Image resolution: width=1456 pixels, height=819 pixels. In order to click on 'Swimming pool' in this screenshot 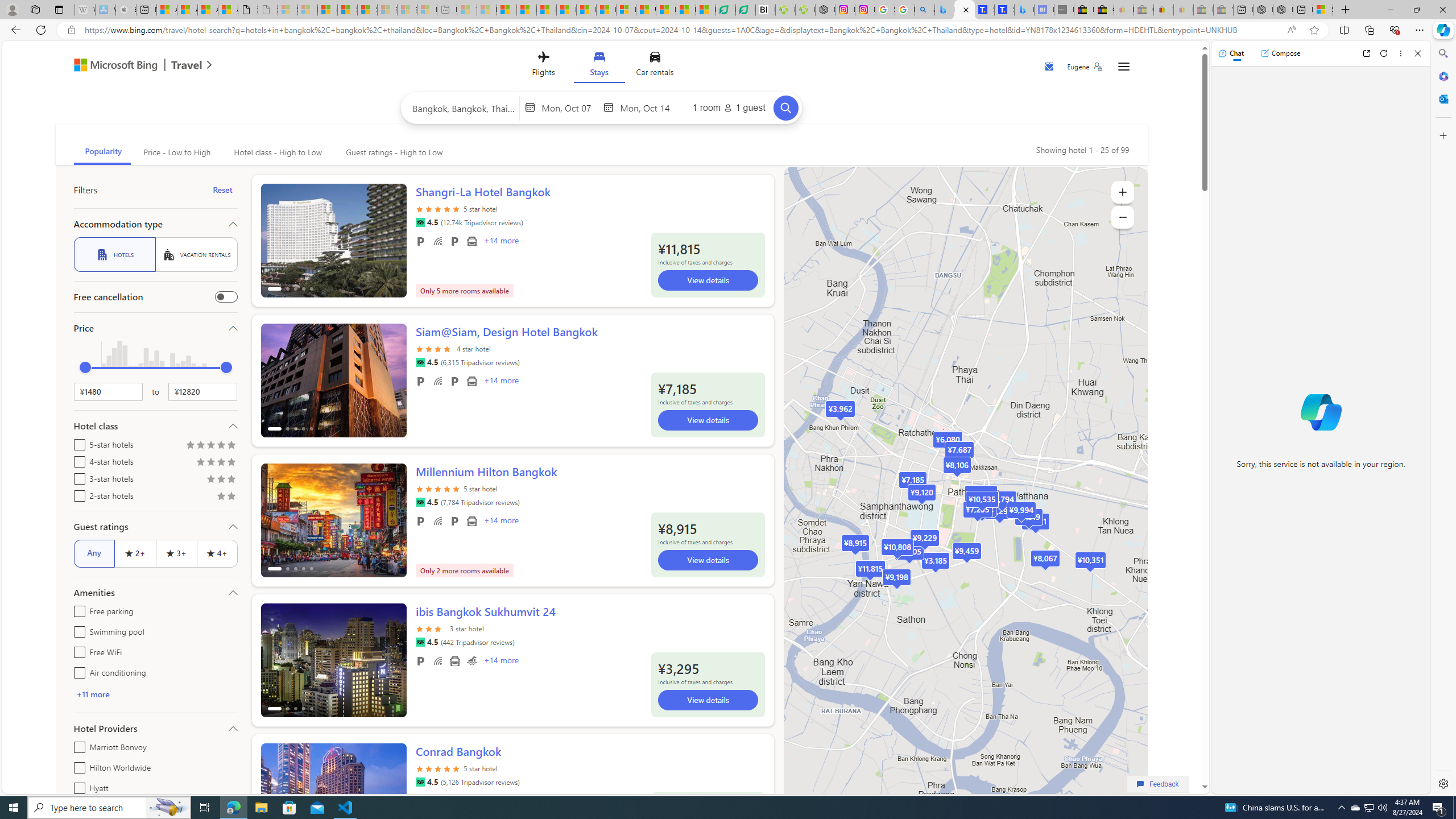, I will do `click(76, 630)`.